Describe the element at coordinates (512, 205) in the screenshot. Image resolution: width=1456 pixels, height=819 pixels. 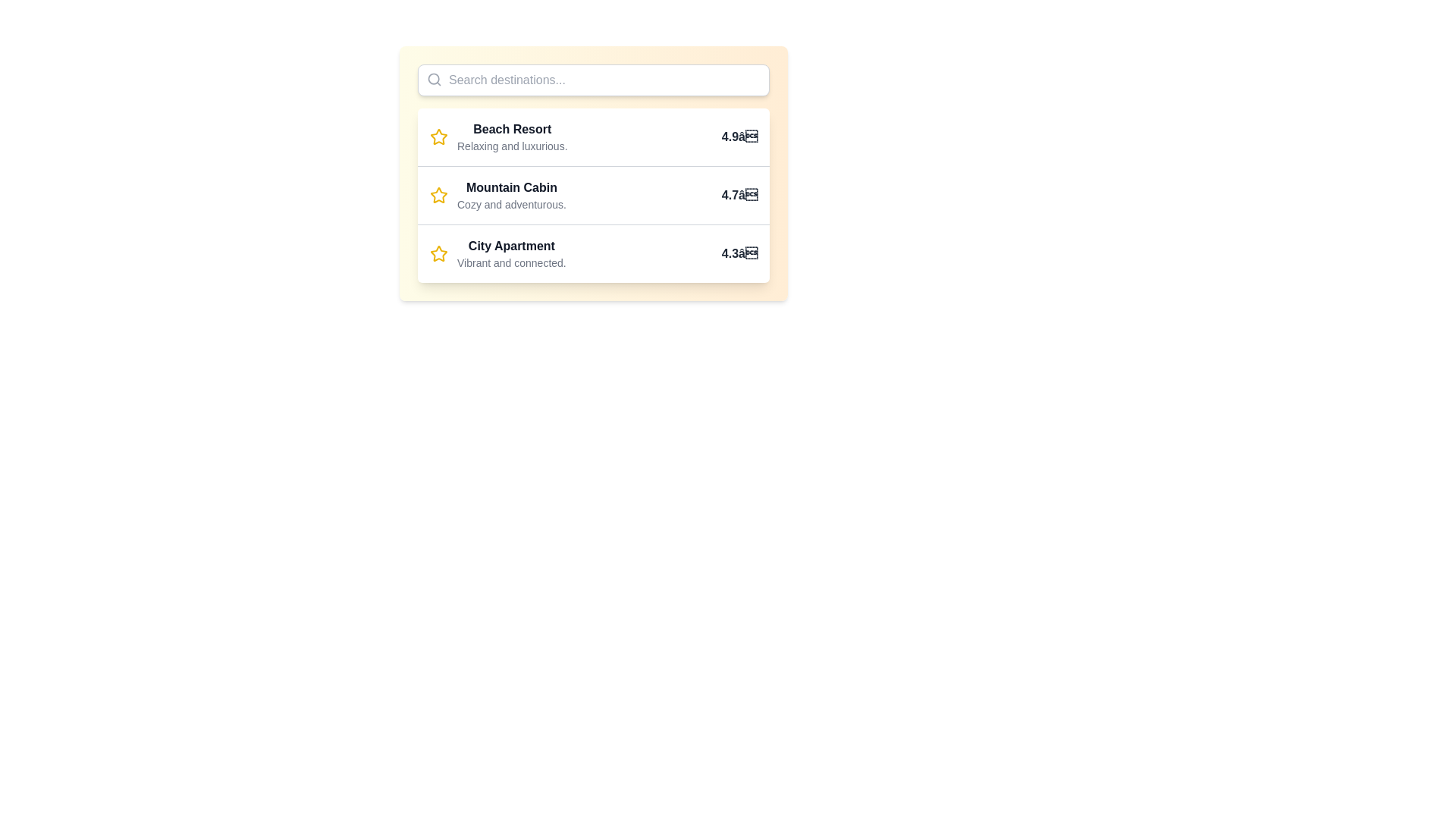
I see `text label that says 'Cozy and adventurous.' which is positioned beneath the bold title 'Mountain Cabin' in a list interface` at that location.